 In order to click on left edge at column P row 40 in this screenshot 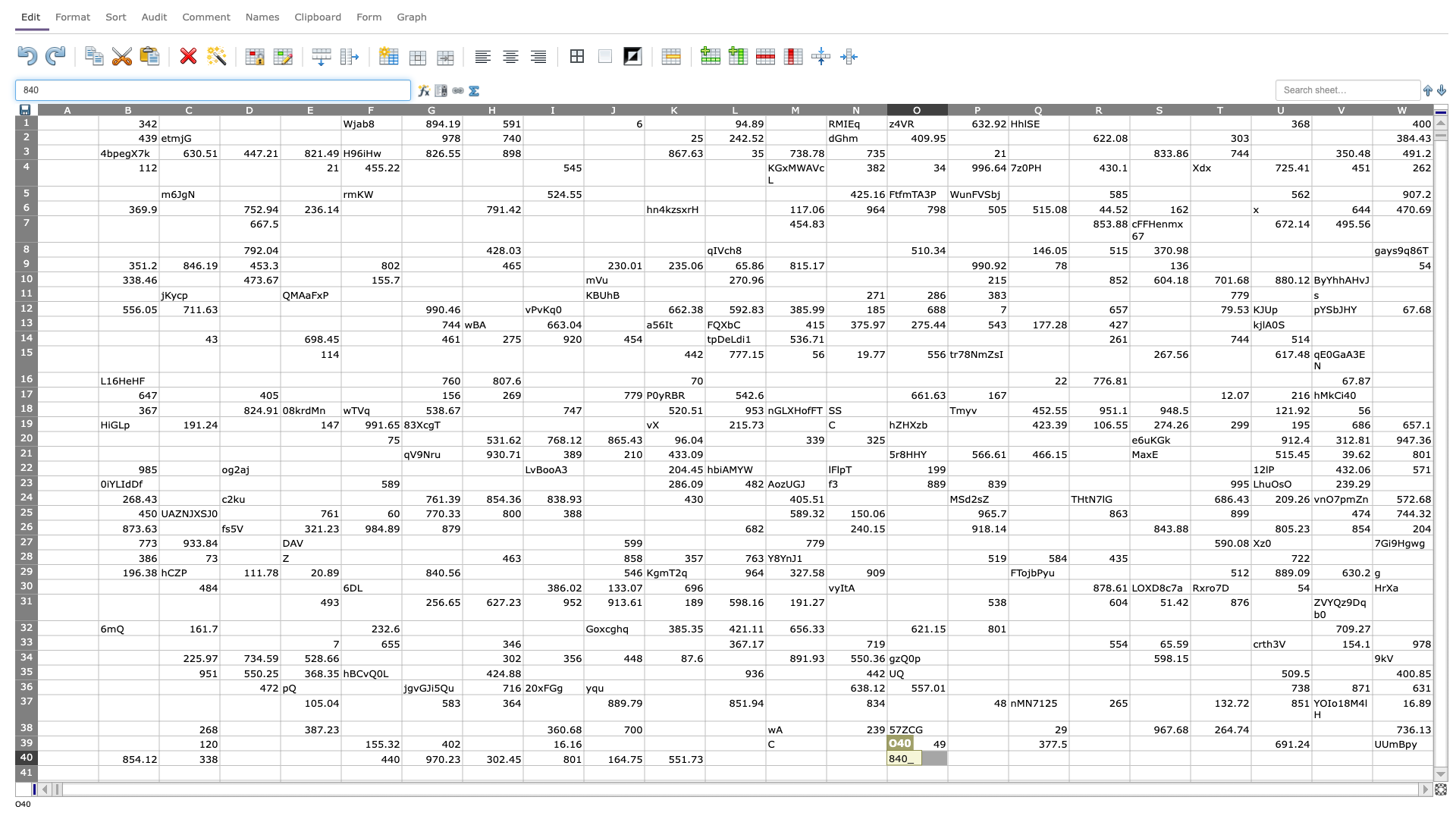, I will do `click(946, 758)`.